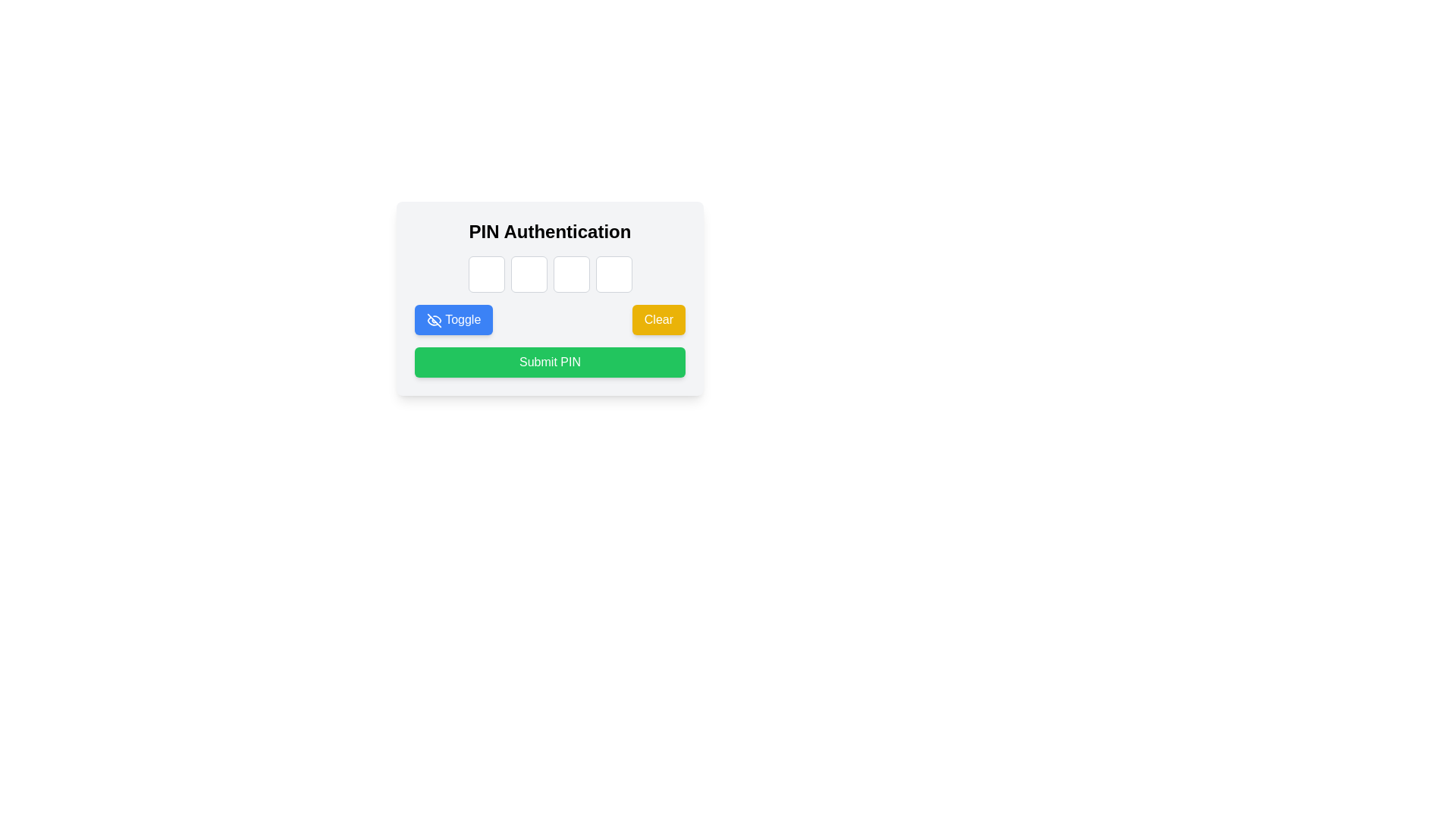  What do you see at coordinates (658, 318) in the screenshot?
I see `the 'Clear' button to reset inputs or actions on the current interface, which is located to the right of the 'Toggle' button` at bounding box center [658, 318].